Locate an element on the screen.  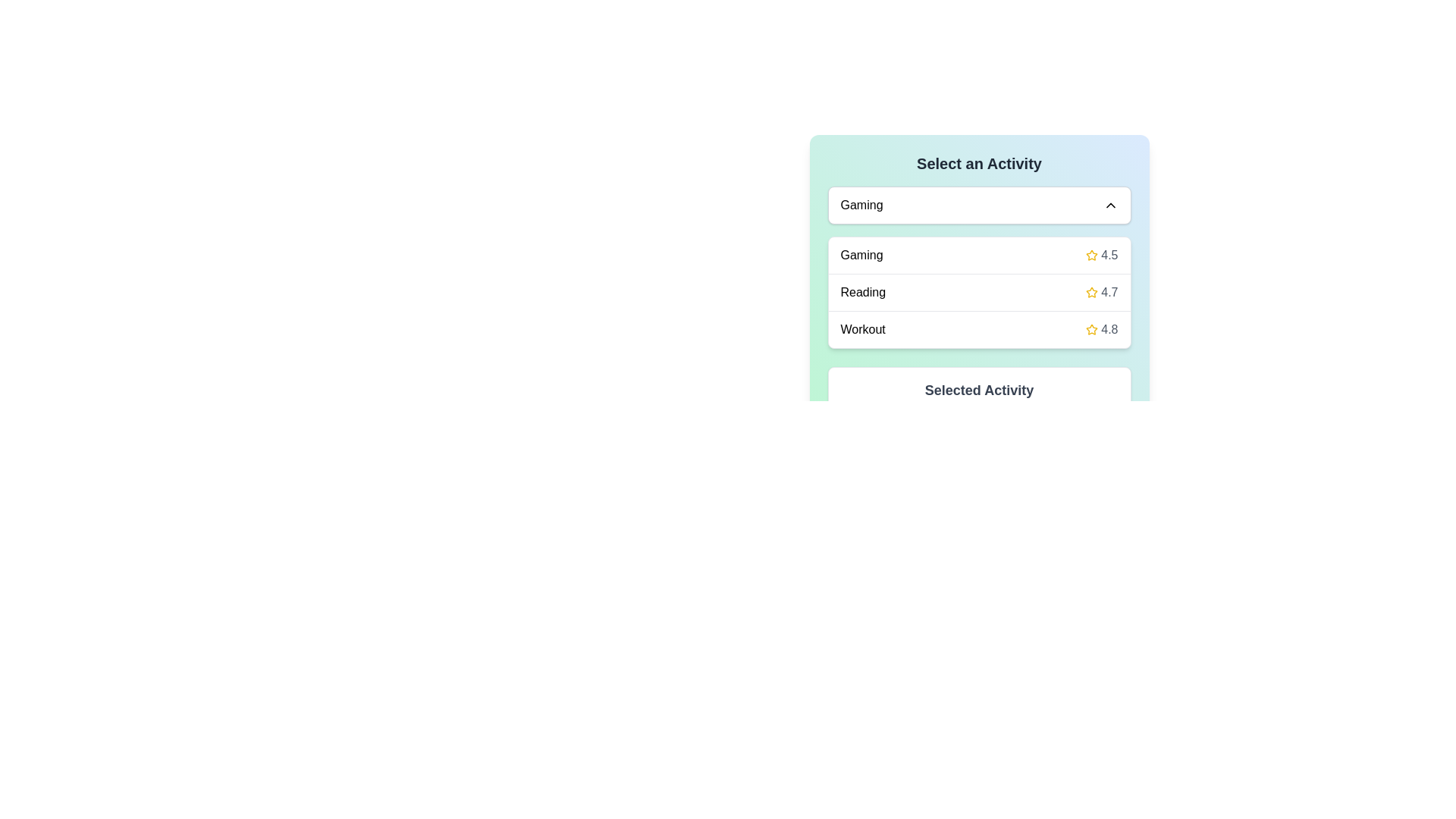
the star-shaped yellow rating icon located to the left of the numeric text '4.8' within the 'Workout' option in the activity selection menu is located at coordinates (1092, 329).